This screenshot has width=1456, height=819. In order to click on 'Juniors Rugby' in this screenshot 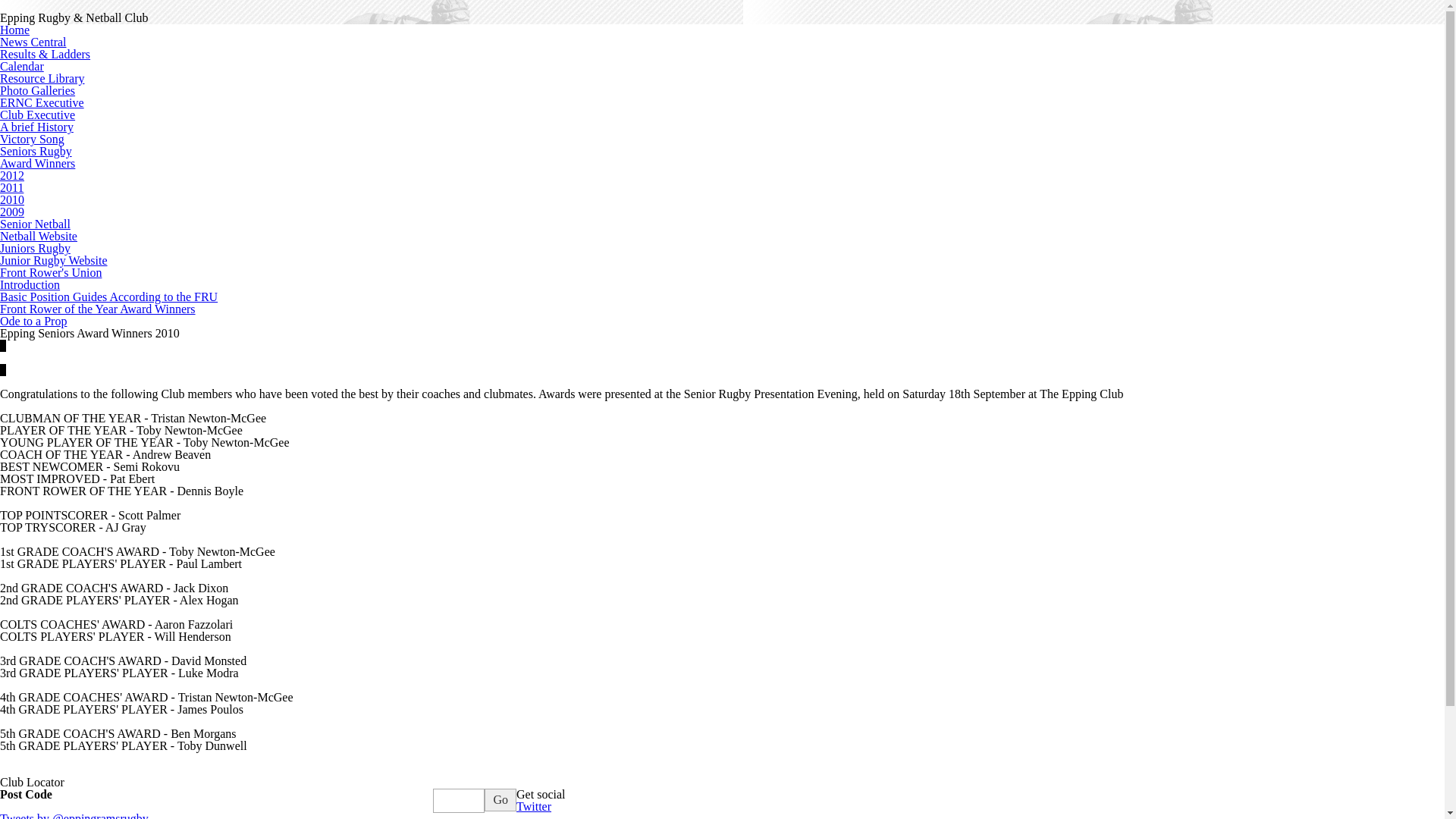, I will do `click(35, 247)`.